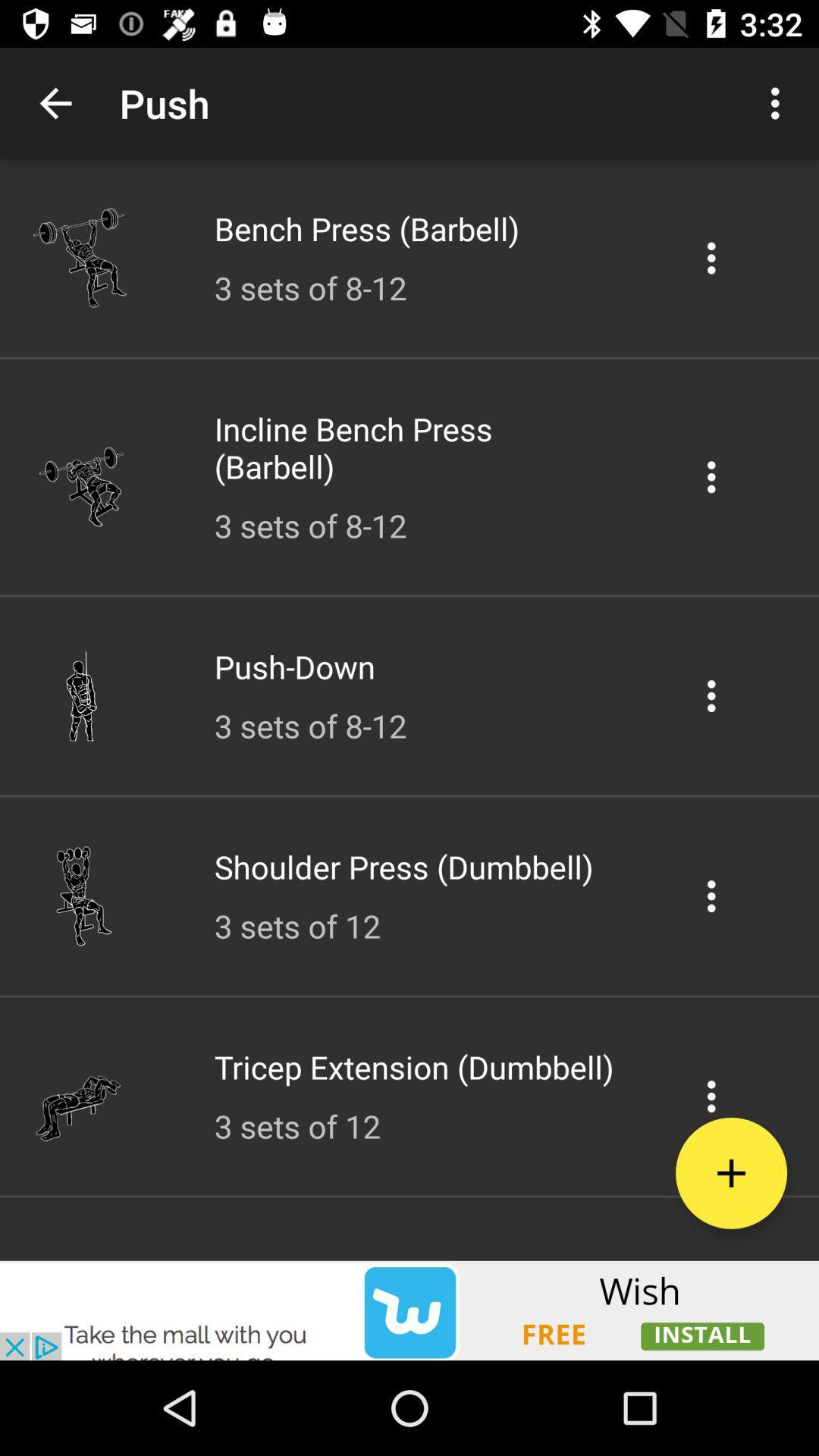  What do you see at coordinates (711, 258) in the screenshot?
I see `option` at bounding box center [711, 258].